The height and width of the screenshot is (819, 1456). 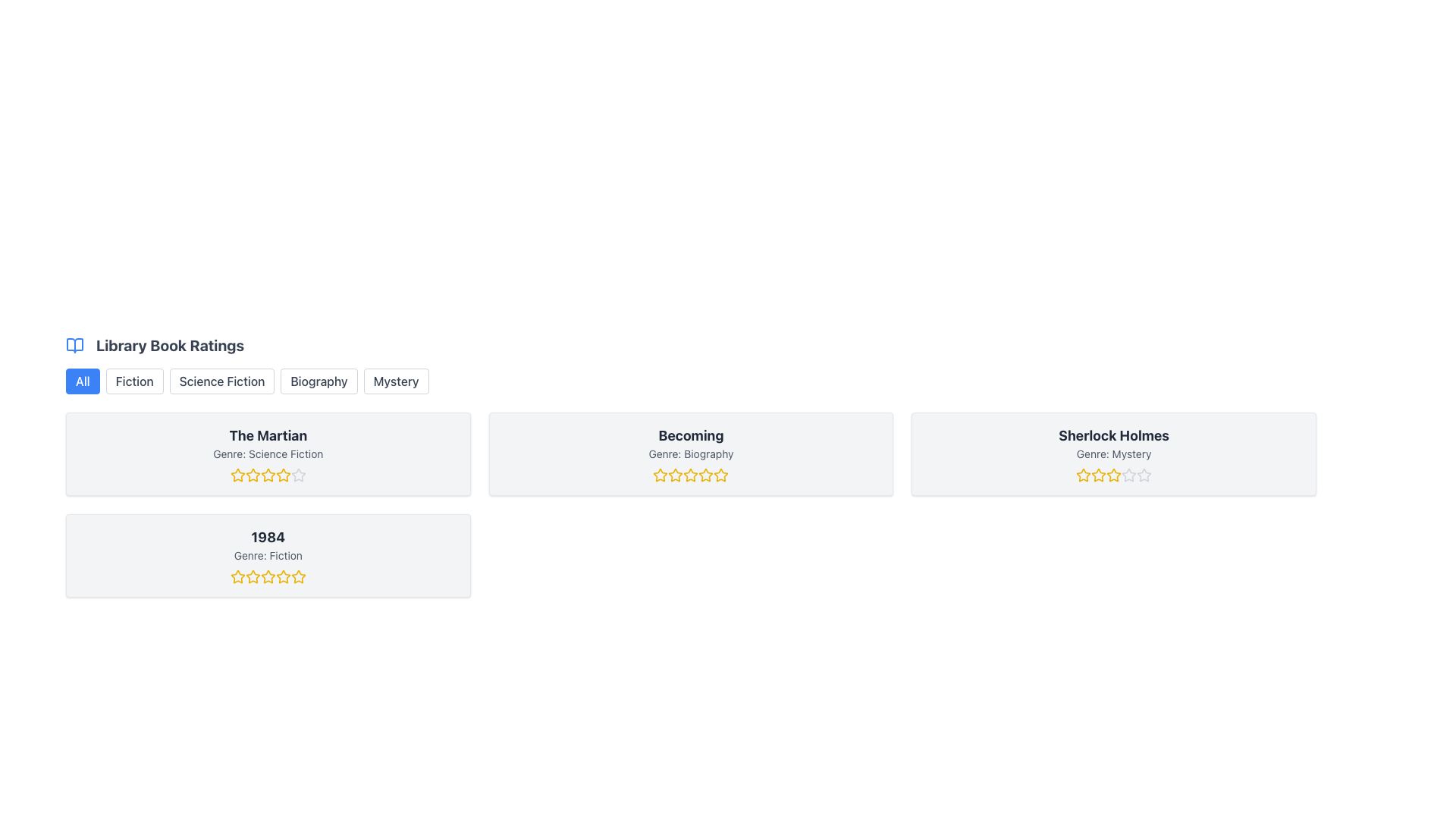 I want to click on the static text label indicating the genre of 'Sherlock Holmes' as 'Mystery', located beneath the title and above rating stars, so click(x=1114, y=453).